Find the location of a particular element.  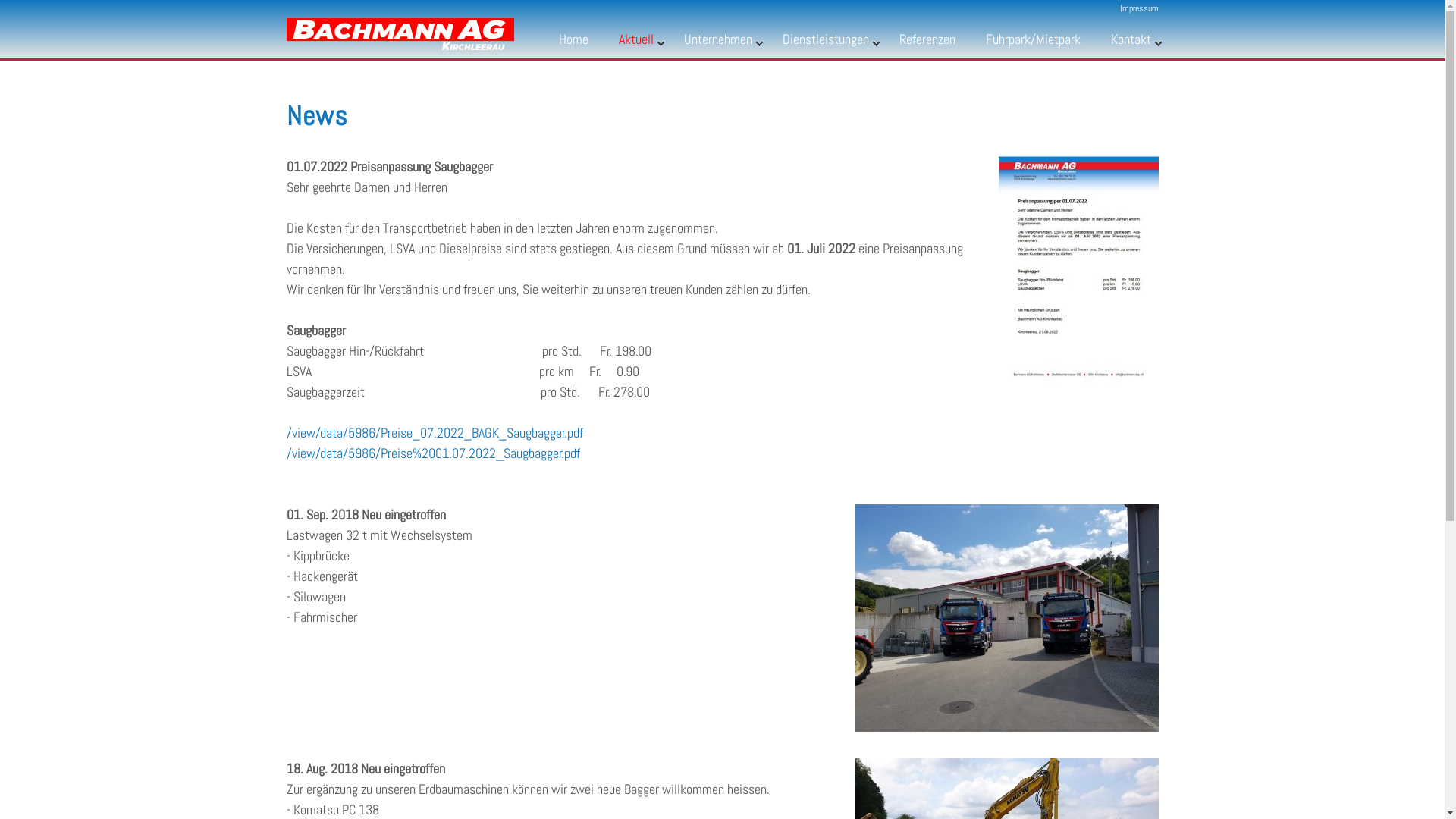

'/view/data/5986/Preise%2001.07.2022_Saugbagger.pdf' is located at coordinates (432, 452).